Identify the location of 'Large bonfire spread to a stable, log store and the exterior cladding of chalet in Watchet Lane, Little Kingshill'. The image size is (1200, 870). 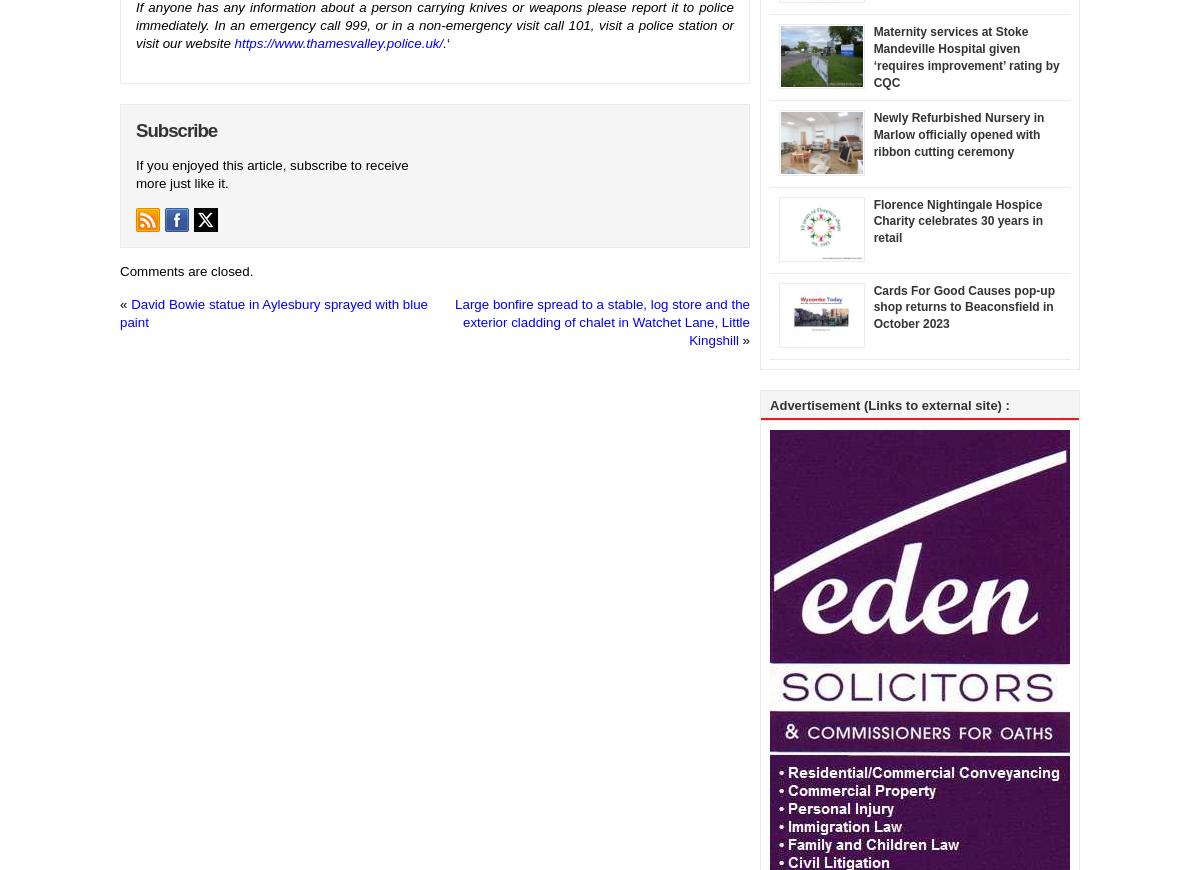
(602, 322).